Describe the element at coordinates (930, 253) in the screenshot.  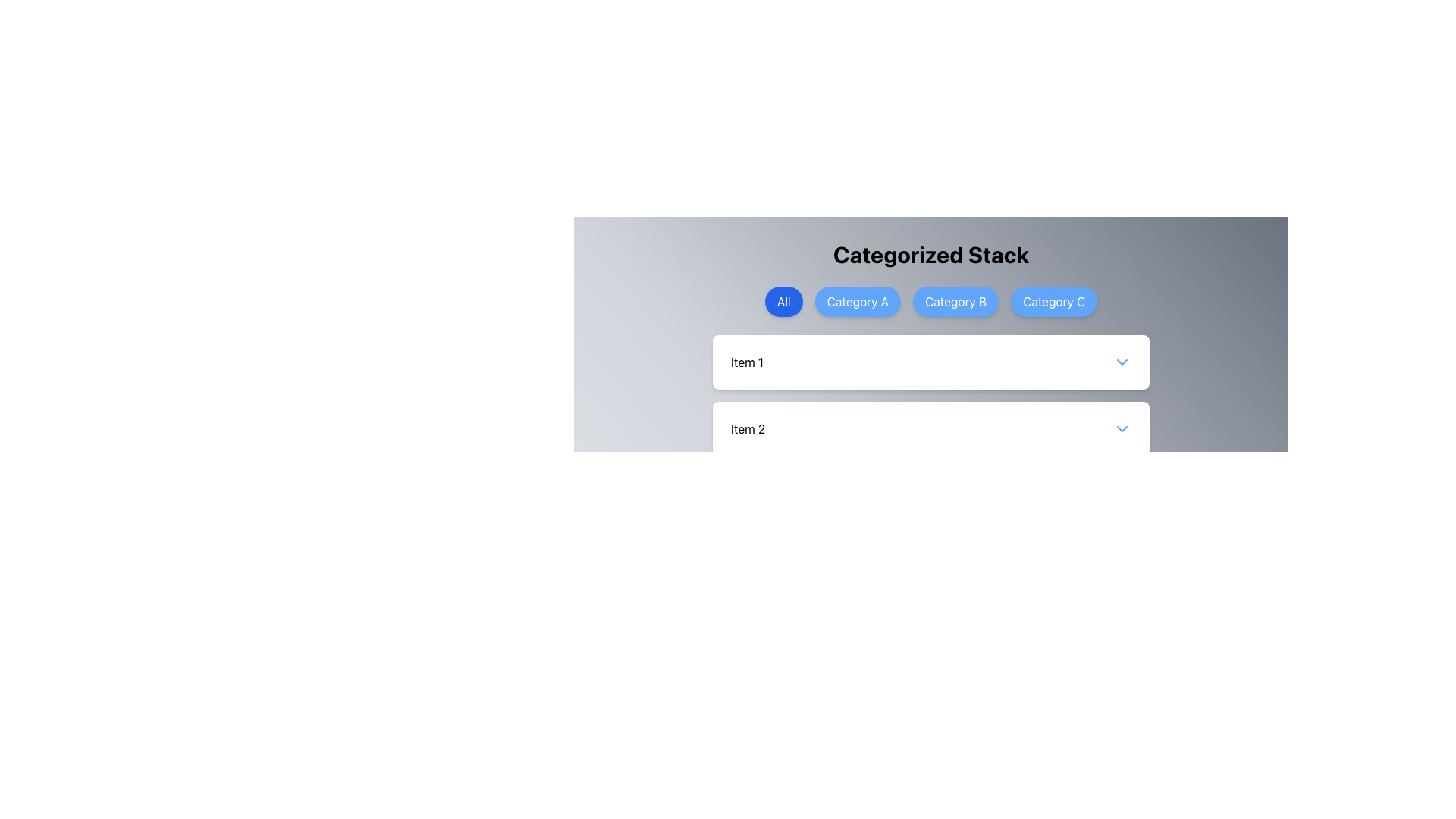
I see `the text heading labeled 'Categorized Stack', which is styled with a bold and large font and is centered above the category selection buttons` at that location.